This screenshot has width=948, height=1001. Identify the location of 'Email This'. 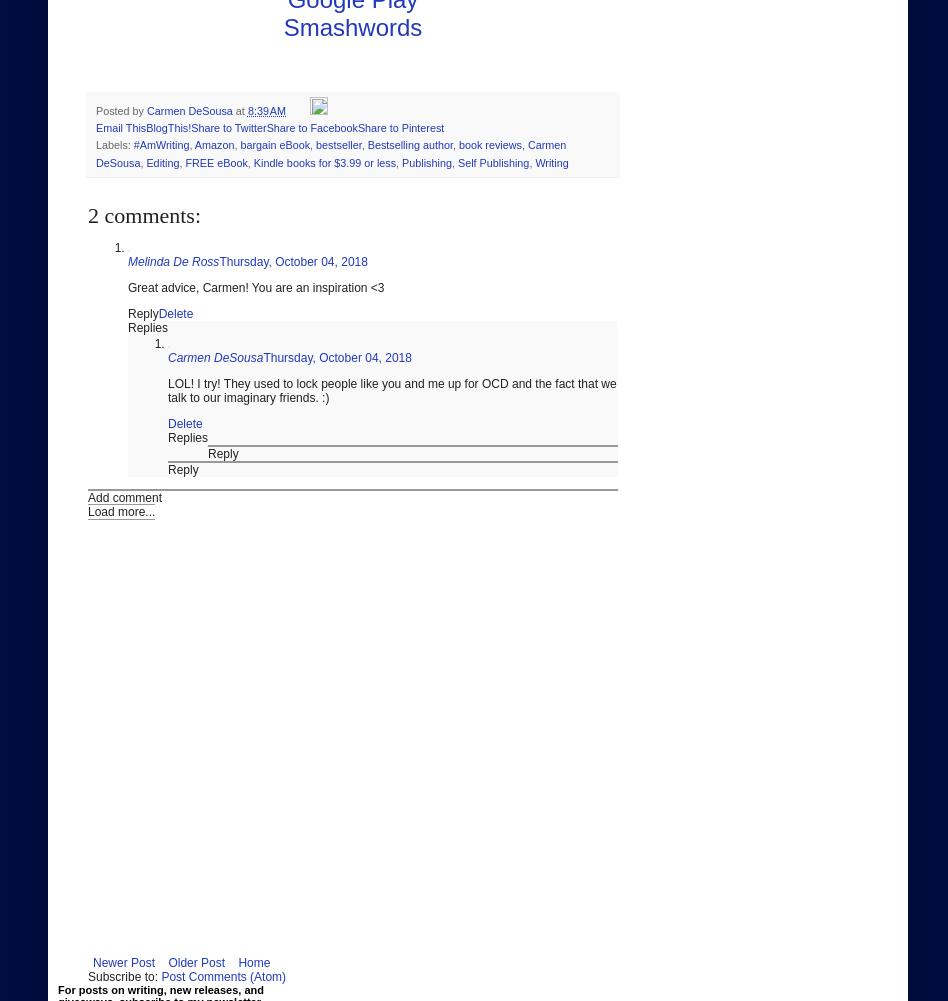
(119, 127).